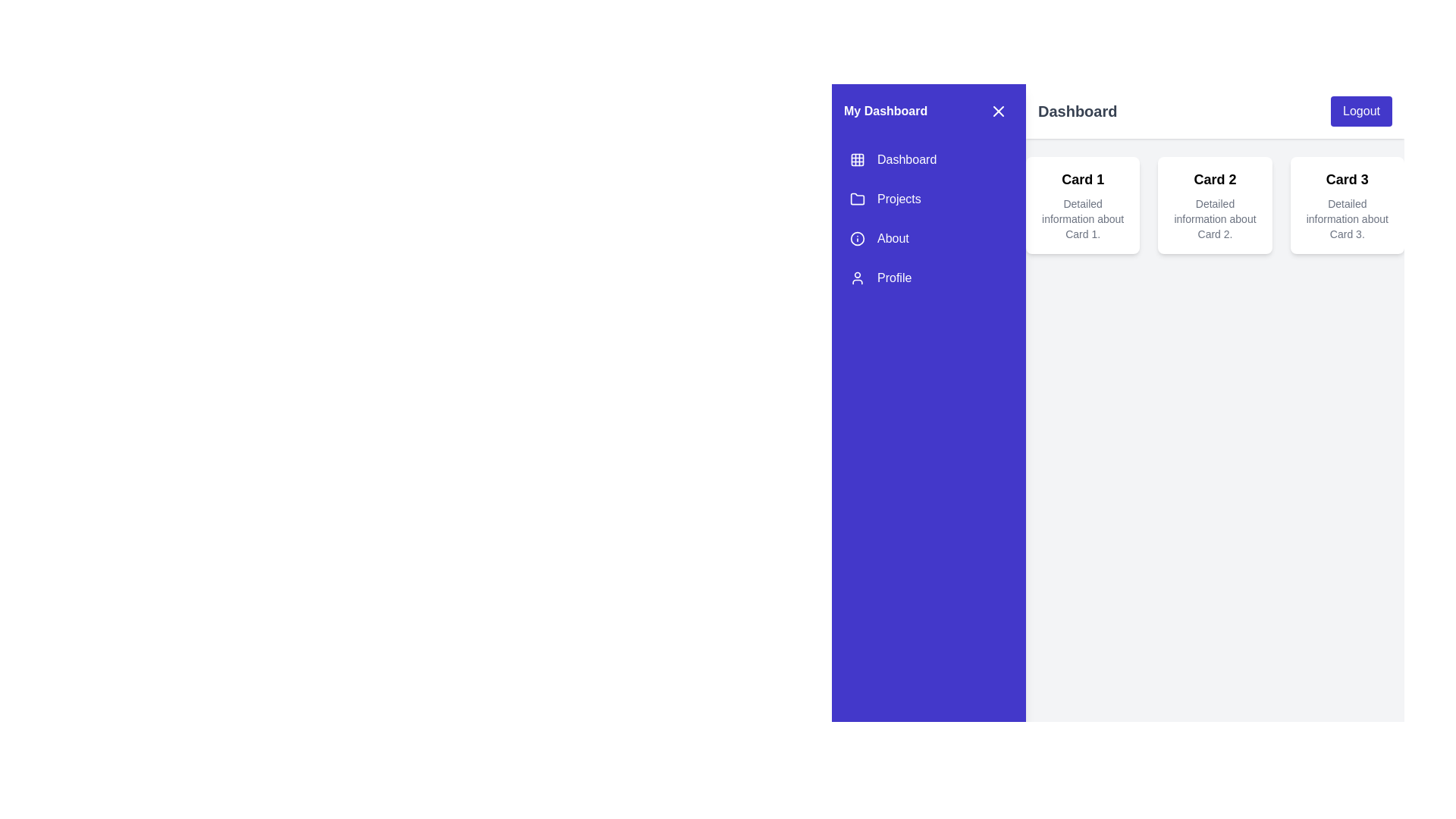 This screenshot has height=819, width=1456. Describe the element at coordinates (899, 198) in the screenshot. I see `the 'Projects' label within the sidebar menu` at that location.